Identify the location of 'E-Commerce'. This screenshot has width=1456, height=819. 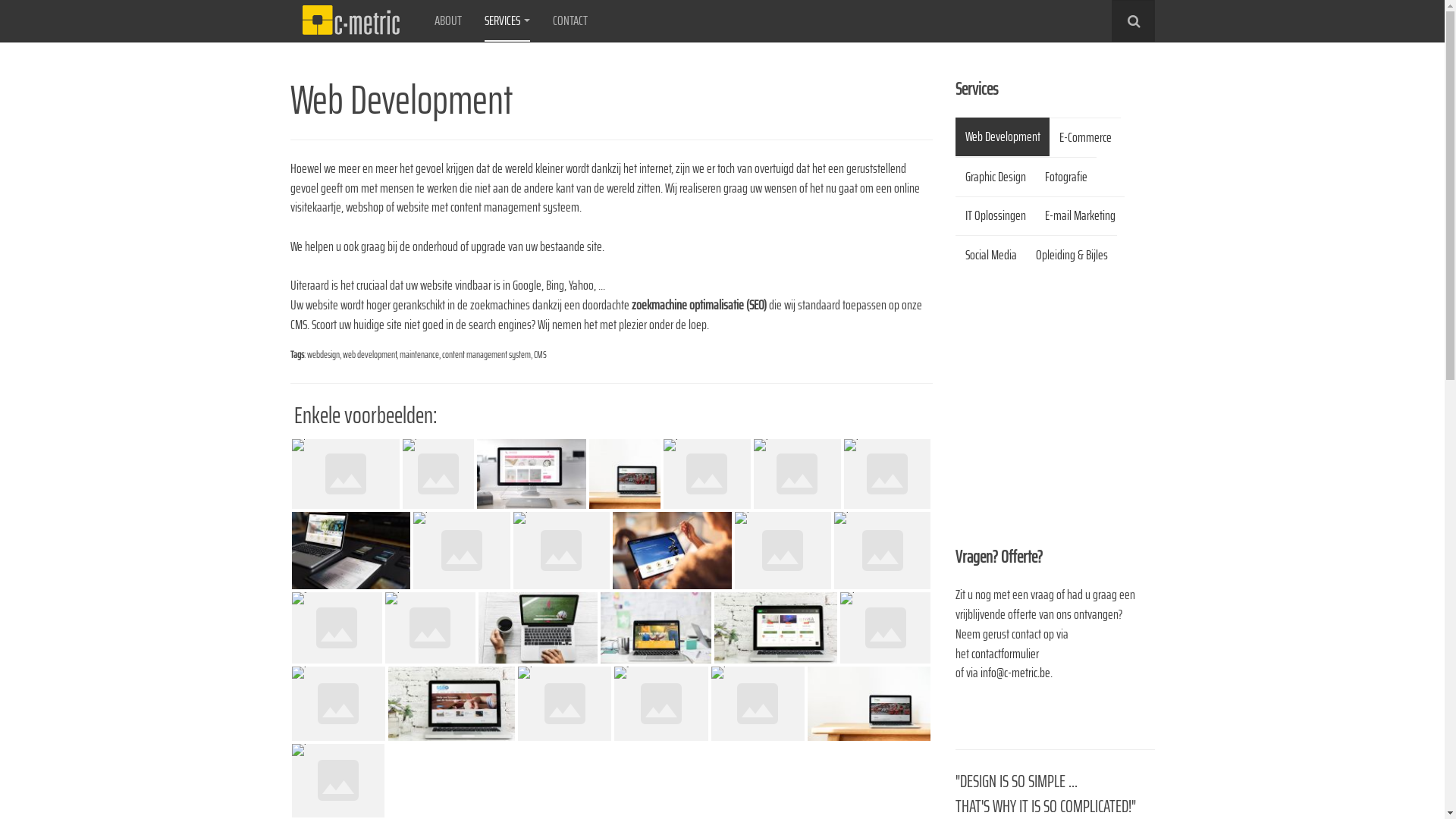
(1084, 137).